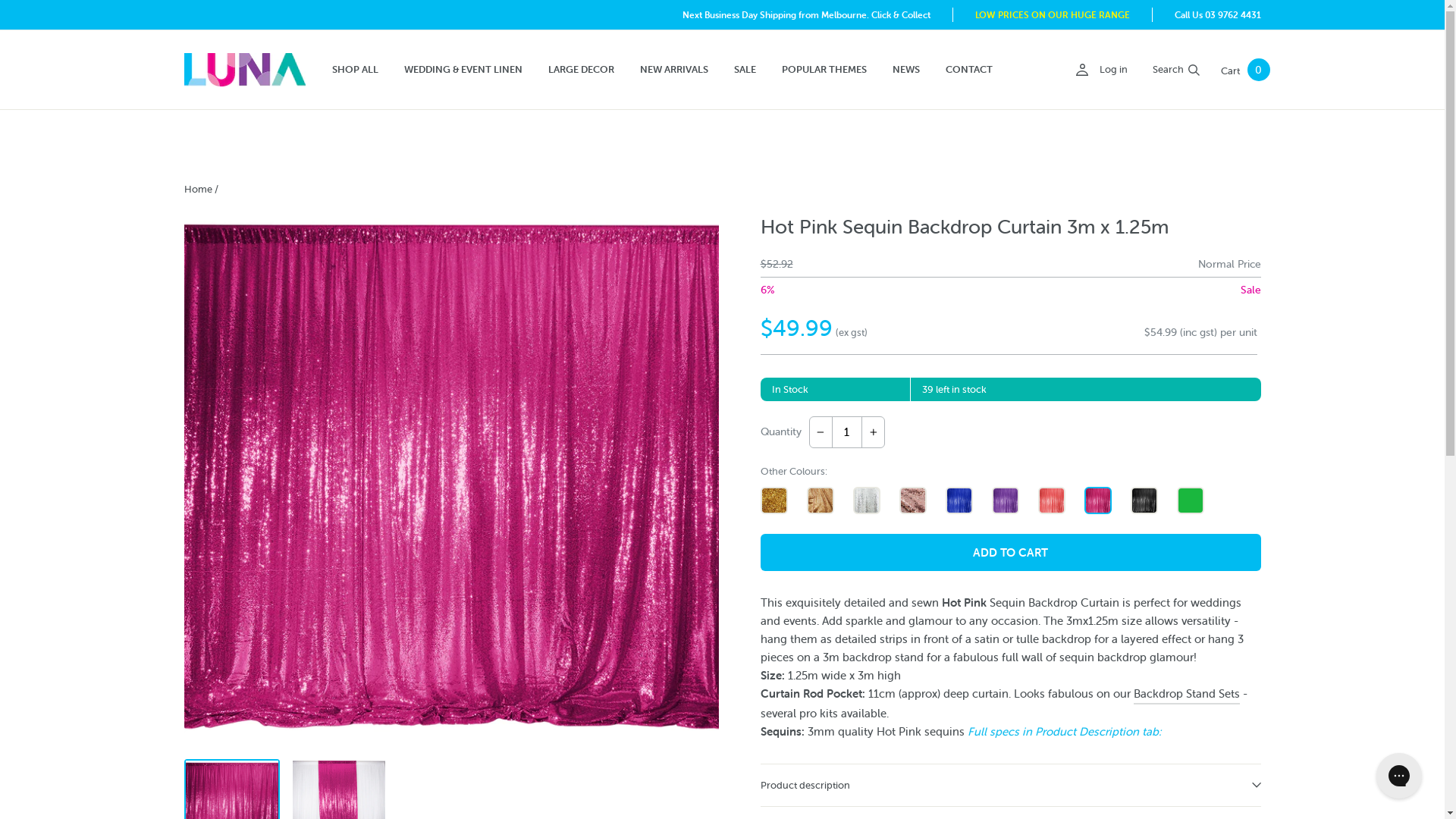 The height and width of the screenshot is (819, 1456). What do you see at coordinates (744, 70) in the screenshot?
I see `'SALE'` at bounding box center [744, 70].